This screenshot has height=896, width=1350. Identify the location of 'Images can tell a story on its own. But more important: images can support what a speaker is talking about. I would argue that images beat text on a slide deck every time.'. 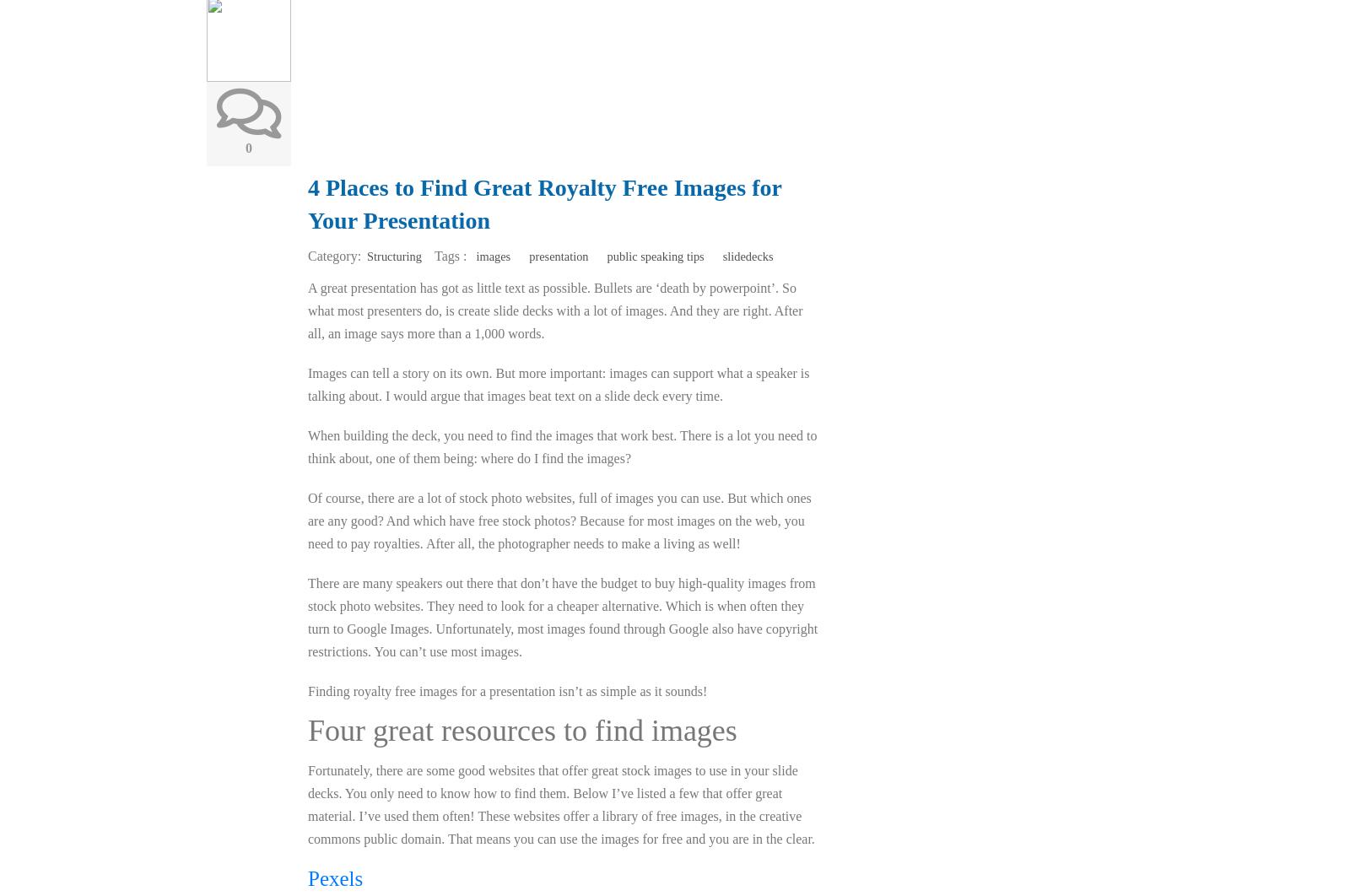
(559, 384).